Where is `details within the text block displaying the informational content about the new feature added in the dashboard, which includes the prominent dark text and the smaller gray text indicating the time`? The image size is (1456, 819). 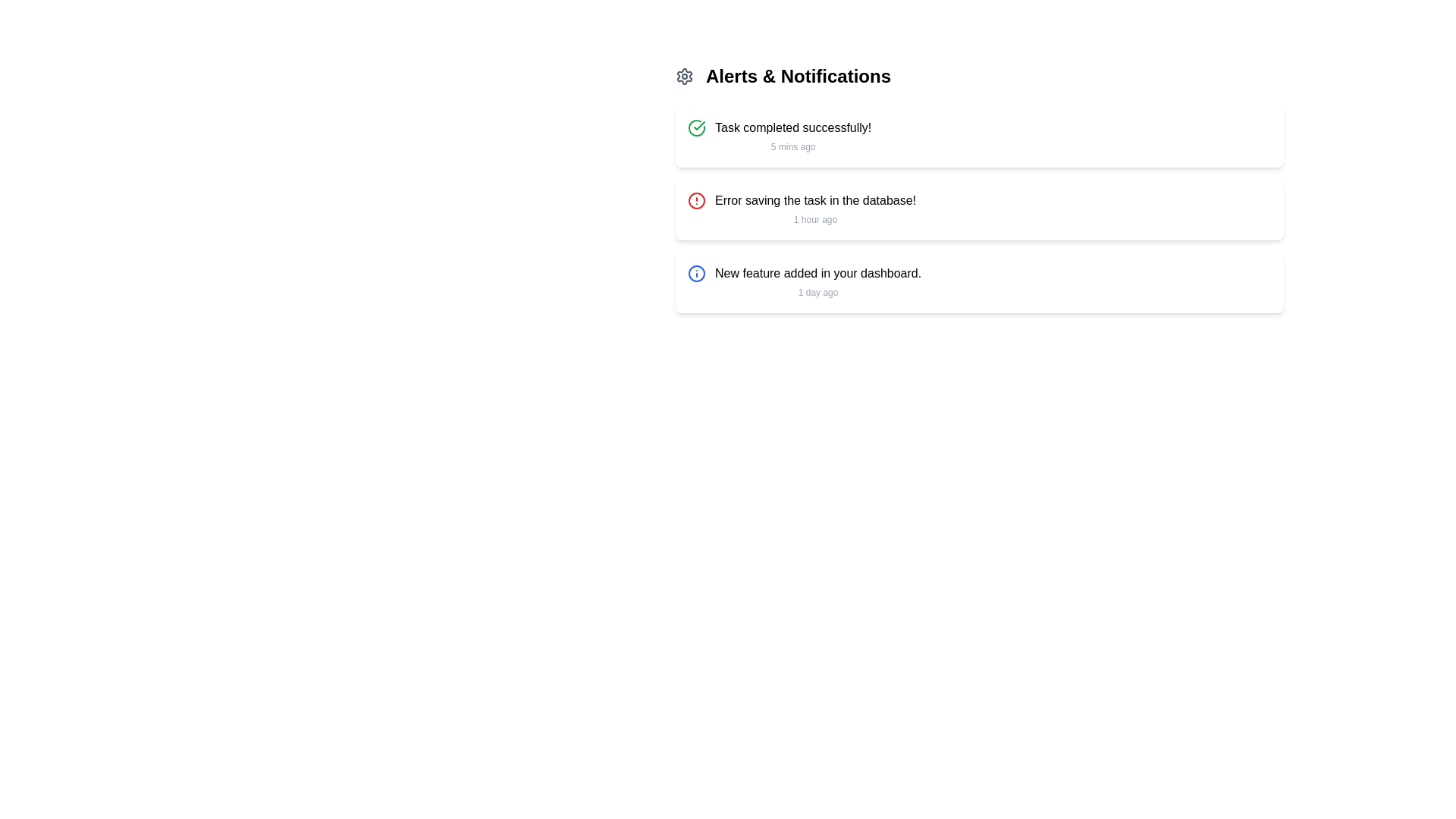 details within the text block displaying the informational content about the new feature added in the dashboard, which includes the prominent dark text and the smaller gray text indicating the time is located at coordinates (817, 283).